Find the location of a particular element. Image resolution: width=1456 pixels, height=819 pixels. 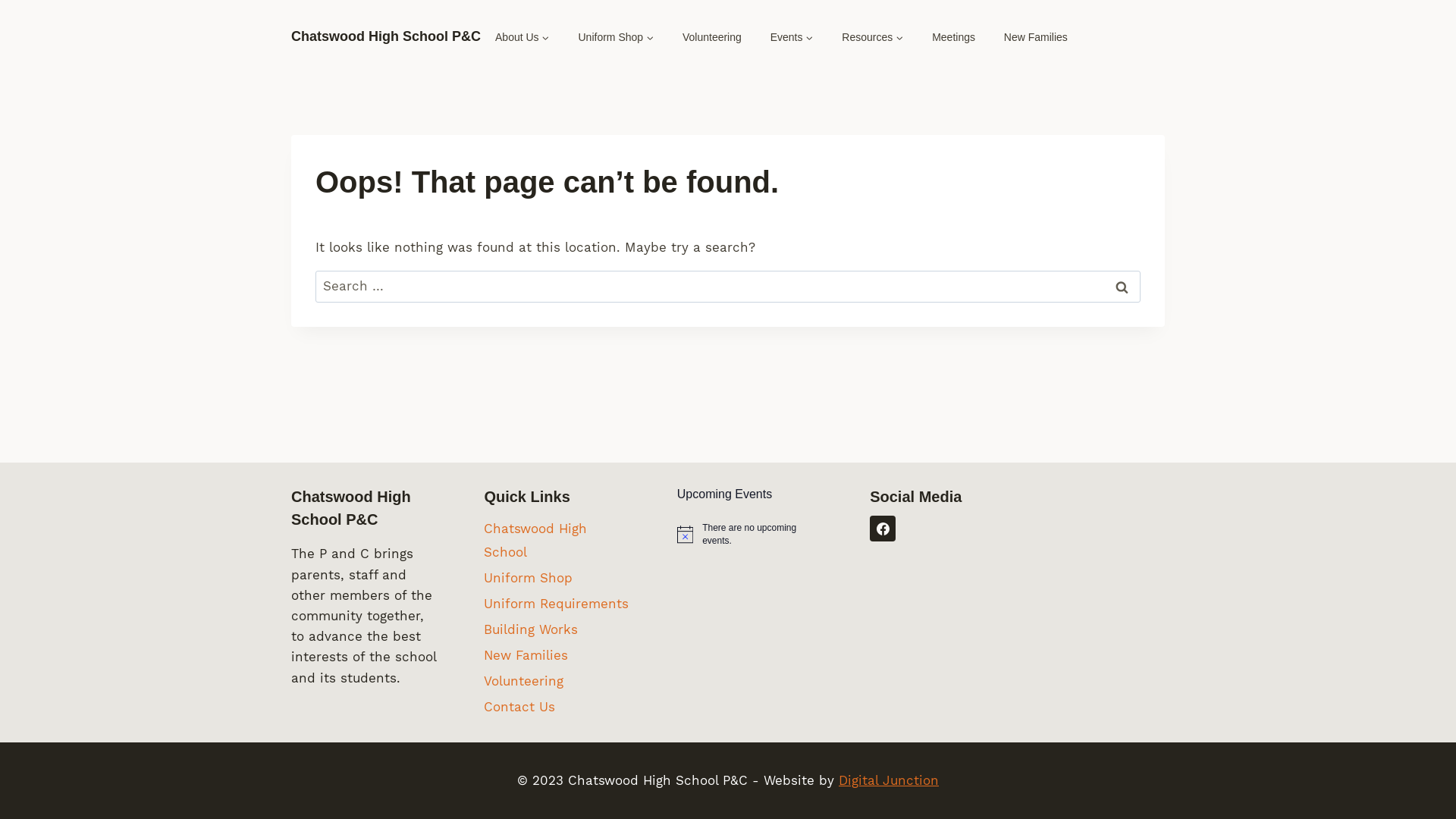

'About Us' is located at coordinates (522, 36).